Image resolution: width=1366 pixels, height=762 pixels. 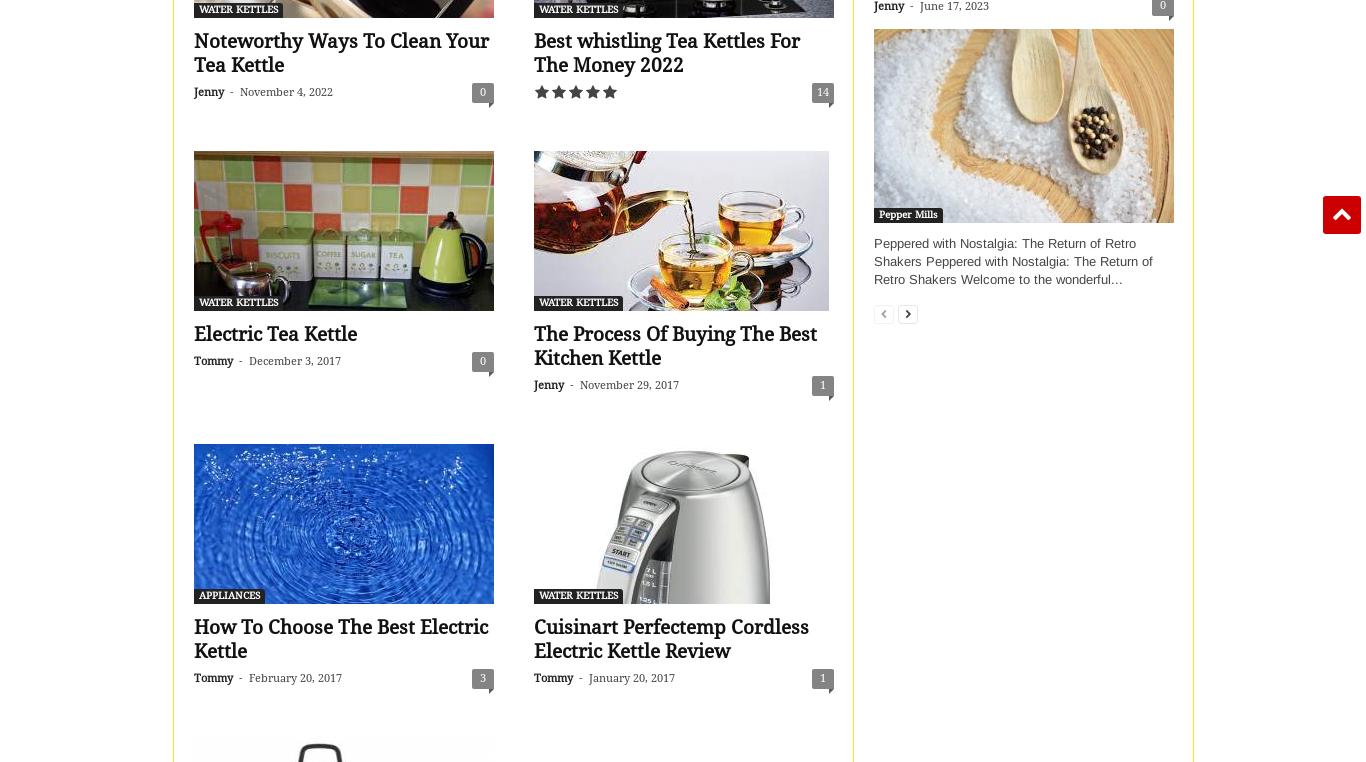 What do you see at coordinates (815, 92) in the screenshot?
I see `'14'` at bounding box center [815, 92].